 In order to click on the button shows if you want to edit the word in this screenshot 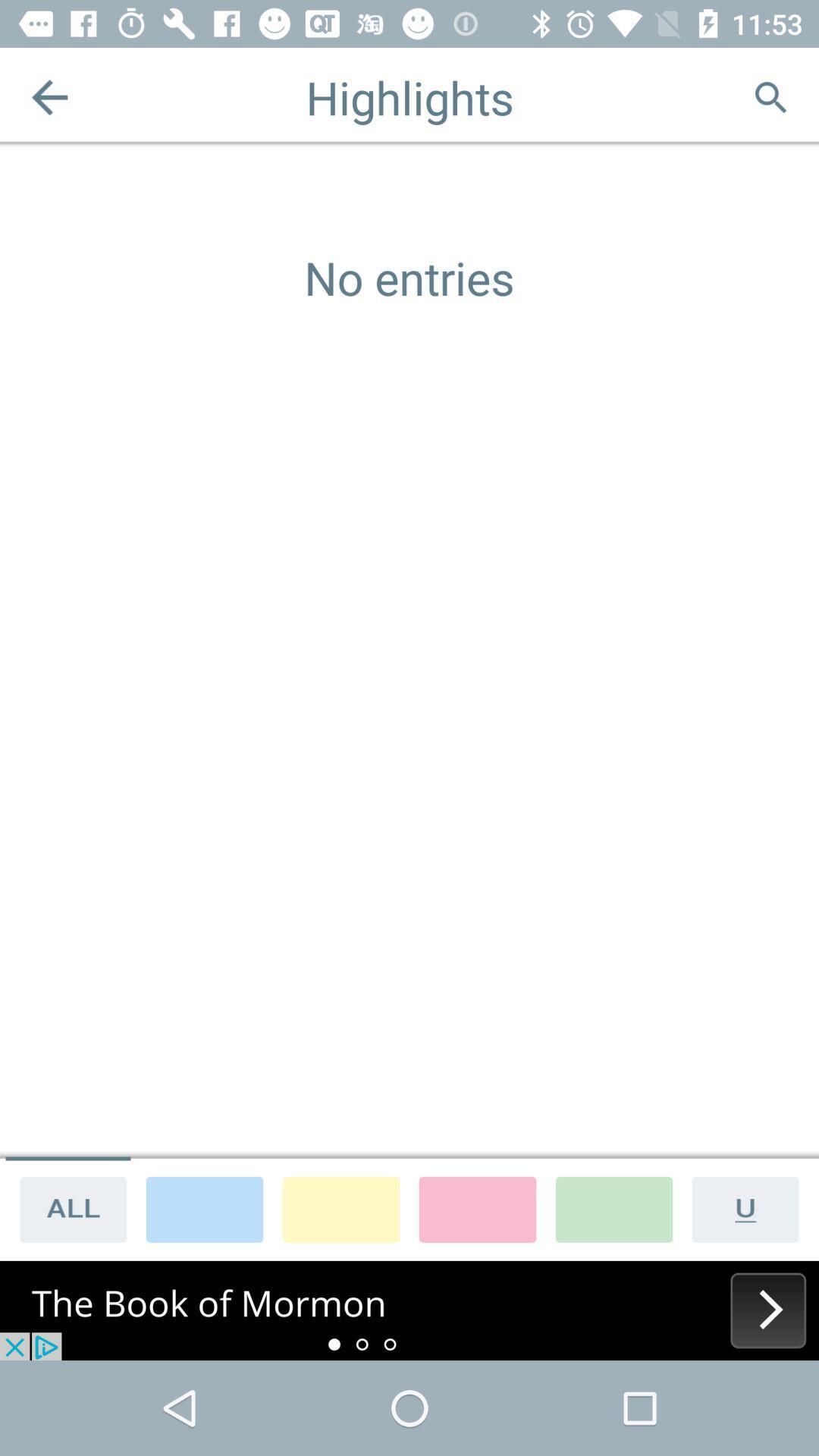, I will do `click(751, 1208)`.